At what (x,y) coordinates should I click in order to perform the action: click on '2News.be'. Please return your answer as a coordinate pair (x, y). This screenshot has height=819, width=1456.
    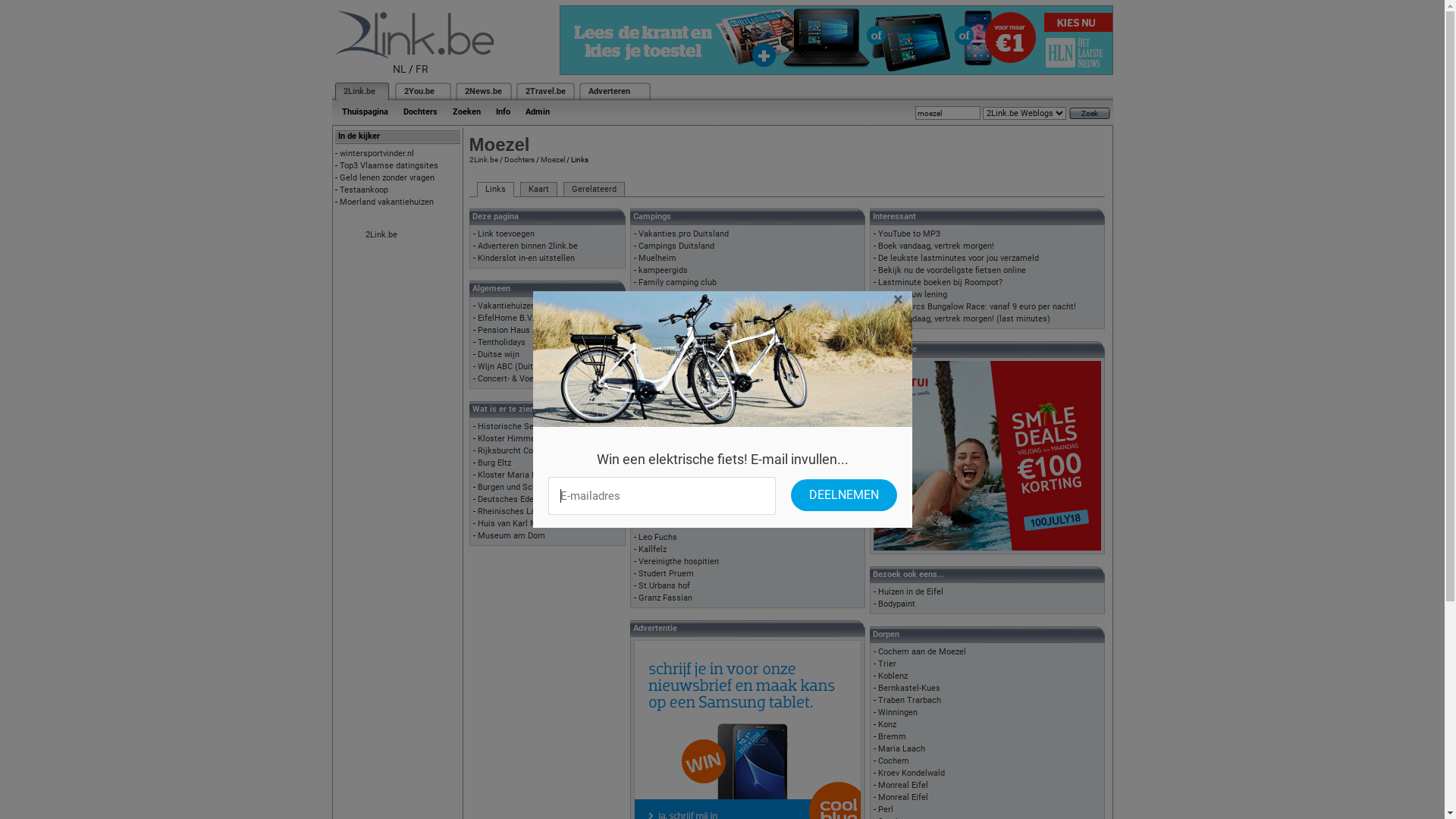
    Looking at the image, I should click on (482, 91).